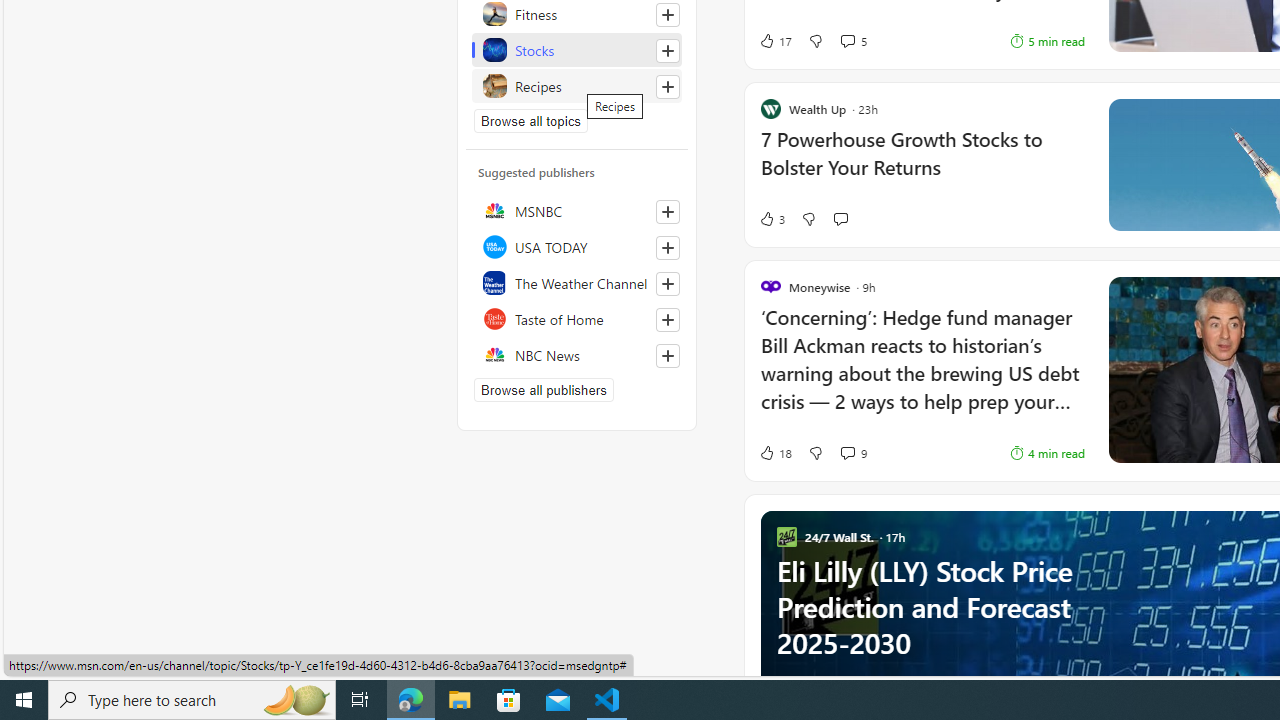 This screenshot has height=720, width=1280. Describe the element at coordinates (847, 41) in the screenshot. I see `'View comments 5 Comment'` at that location.